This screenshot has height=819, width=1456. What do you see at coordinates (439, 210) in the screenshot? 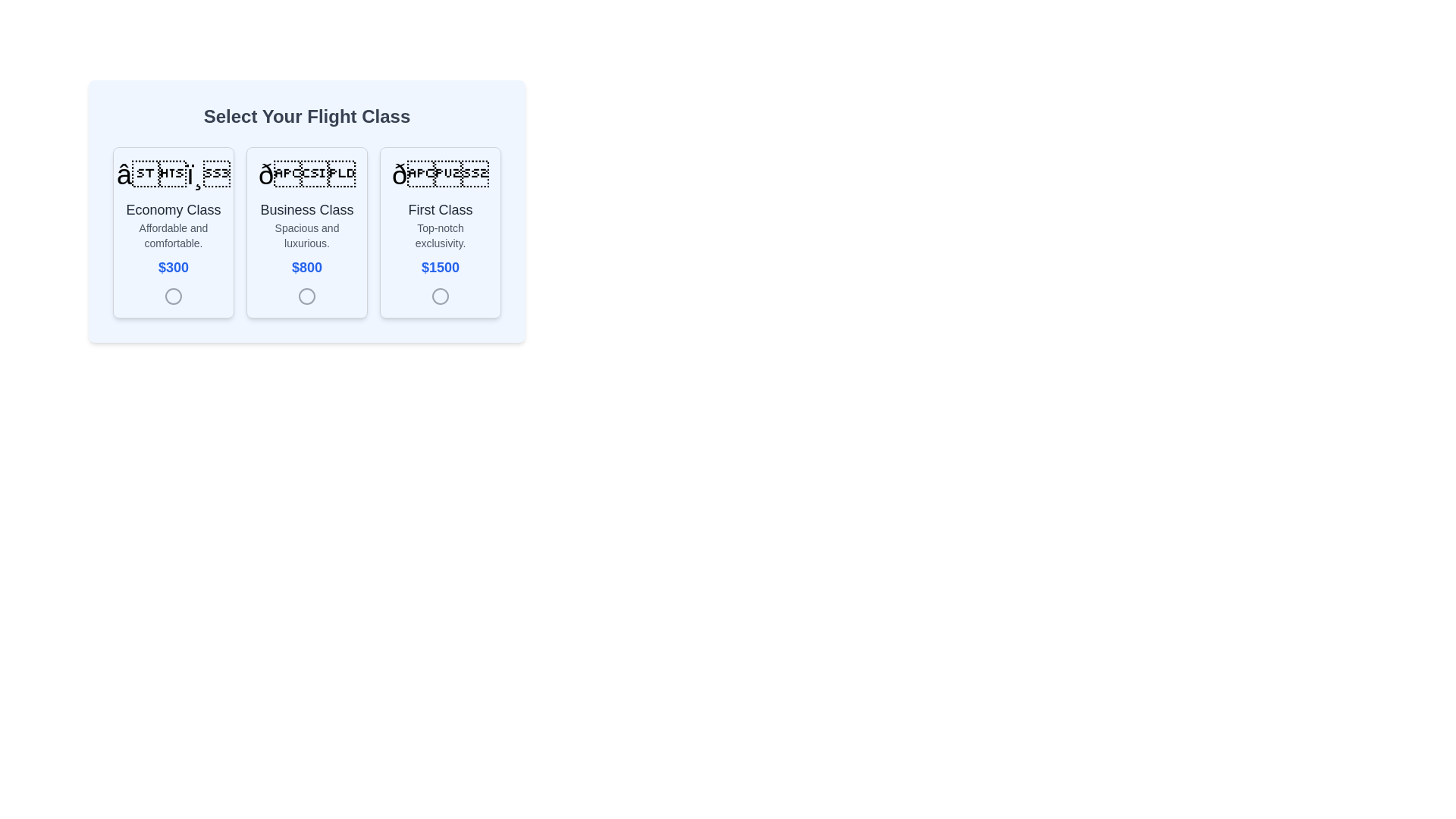
I see `the text label reading 'First Class', which is styled with a large bold font and is located in the third card of the flight class selection, positioned centrally below an icon and above the text 'Top-notch exclusivity'` at bounding box center [439, 210].